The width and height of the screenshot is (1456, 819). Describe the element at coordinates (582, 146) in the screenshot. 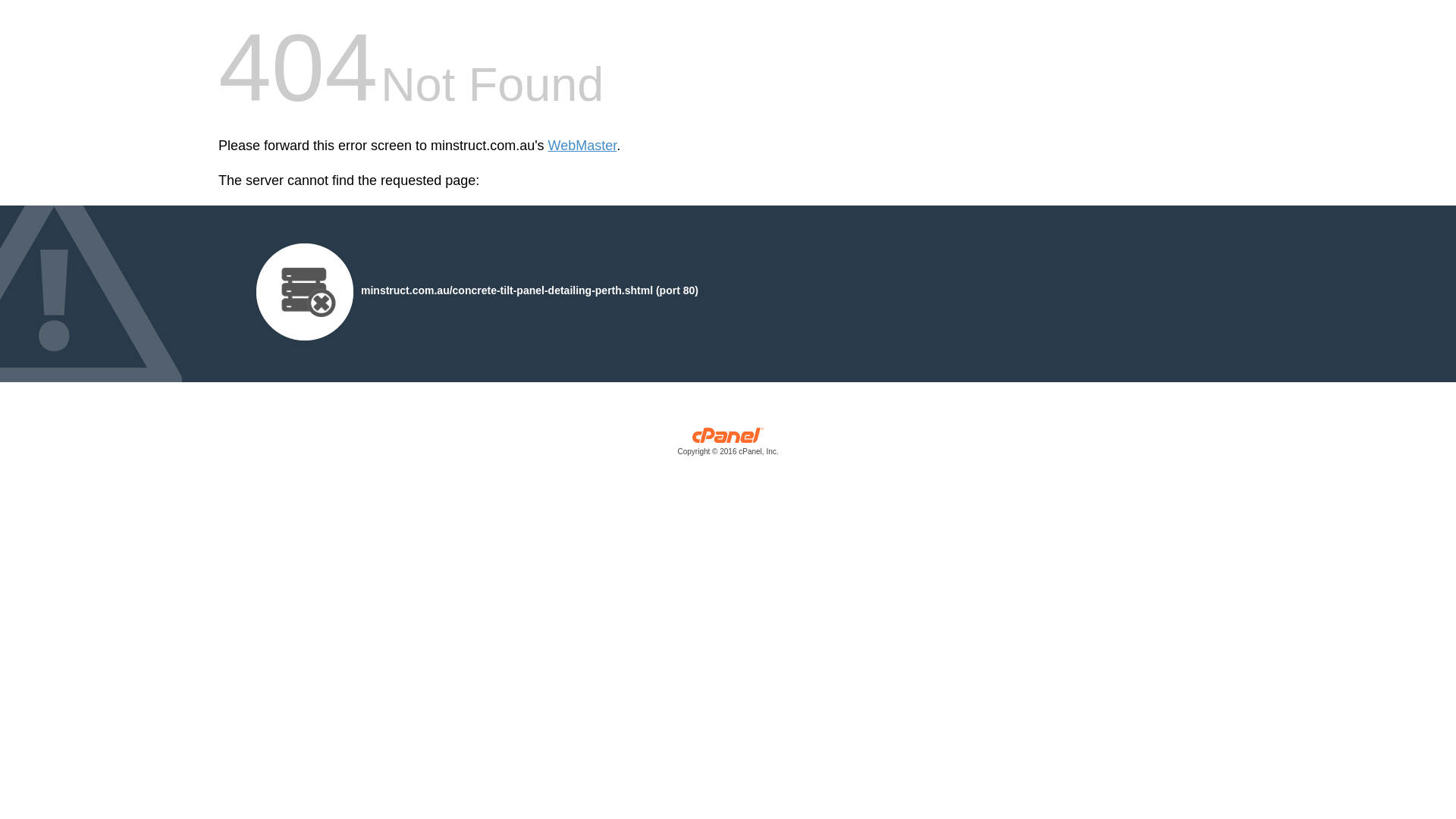

I see `'WebMaster'` at that location.